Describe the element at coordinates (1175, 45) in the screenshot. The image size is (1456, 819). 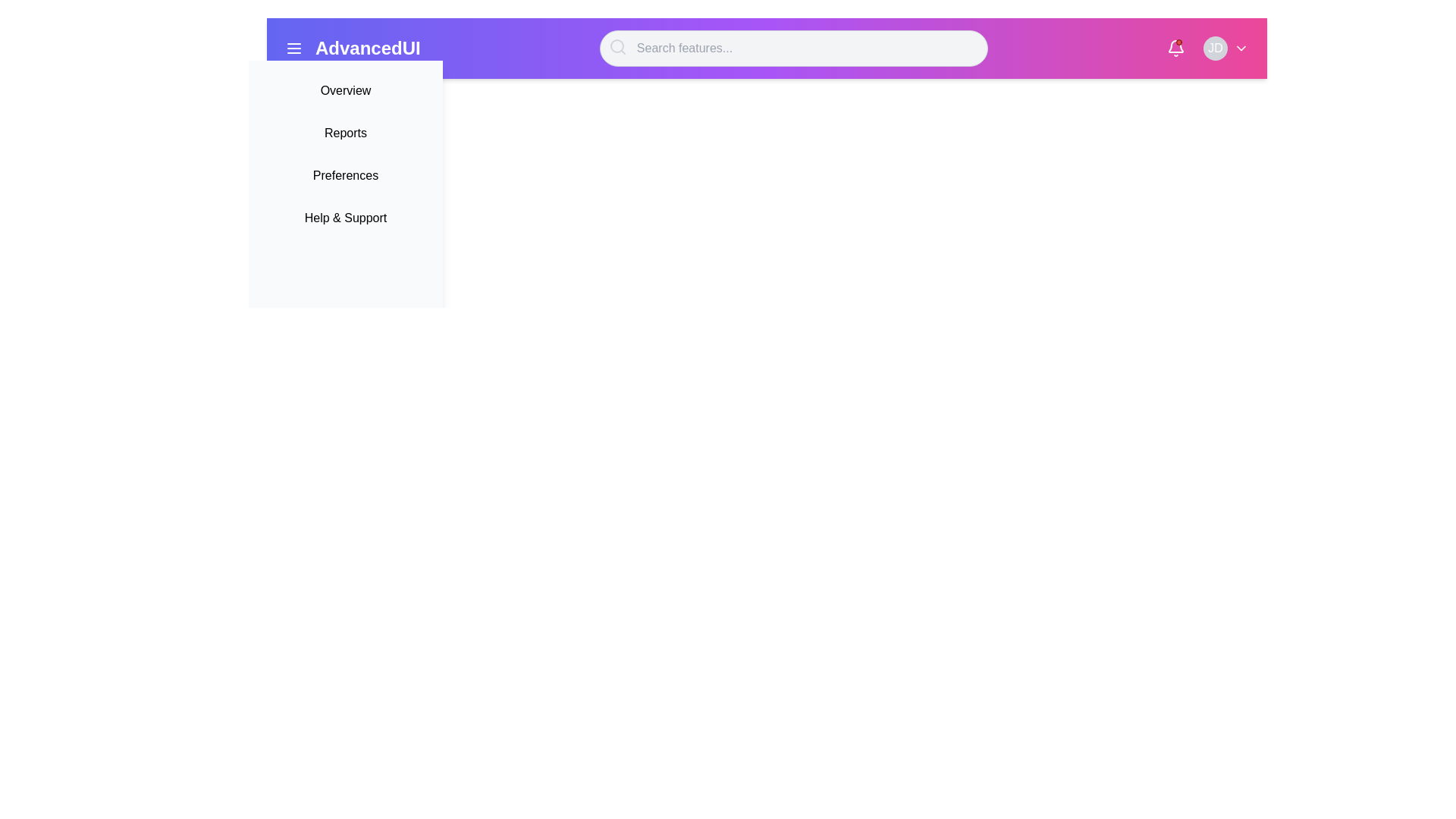
I see `the notification bell icon located in the upper-right corner of the interface for keyboard navigation` at that location.